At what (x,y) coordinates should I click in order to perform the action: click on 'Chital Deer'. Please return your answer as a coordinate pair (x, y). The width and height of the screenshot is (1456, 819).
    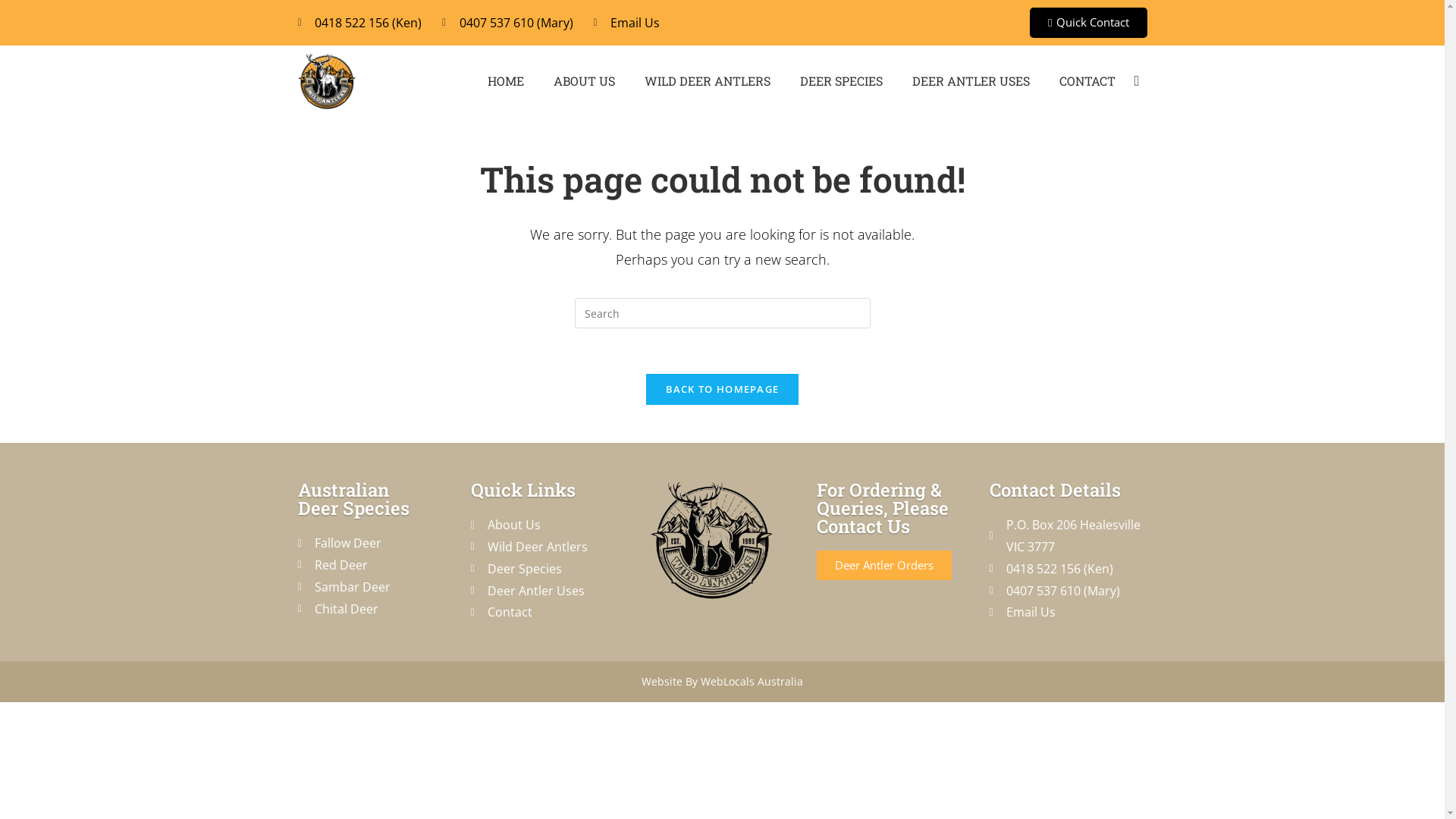
    Looking at the image, I should click on (297, 608).